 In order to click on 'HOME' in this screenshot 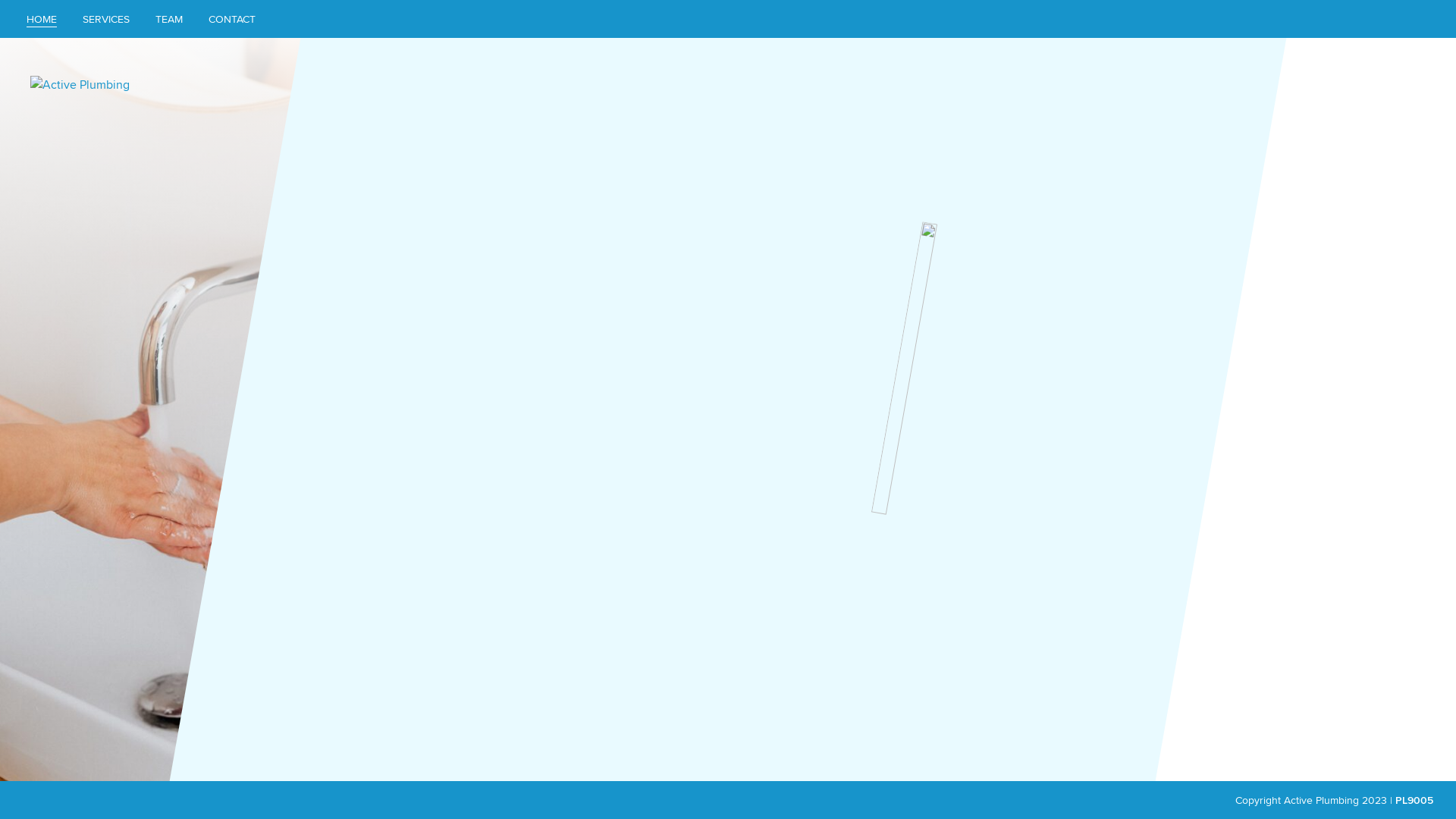, I will do `click(41, 18)`.